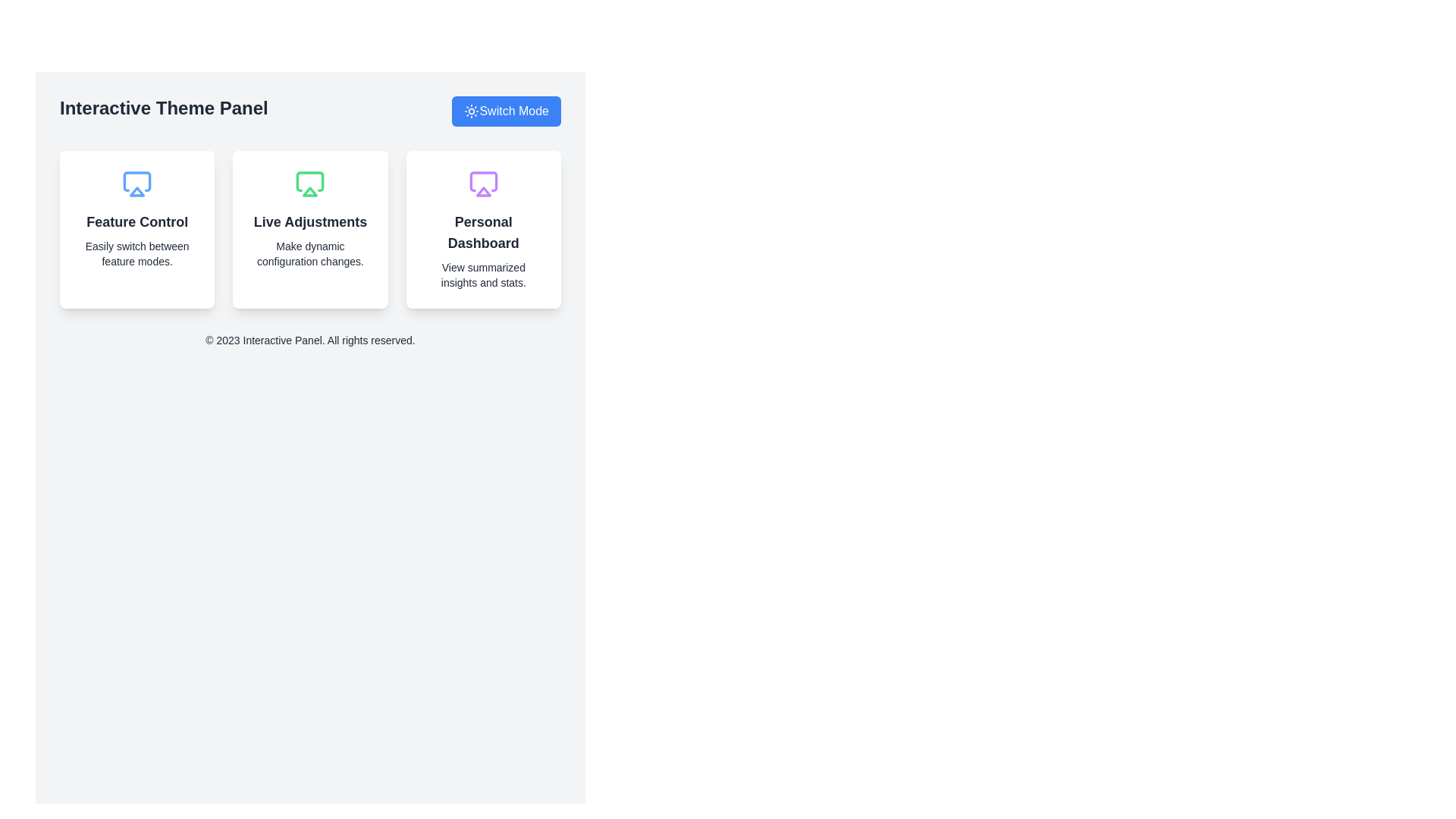 This screenshot has height=819, width=1456. What do you see at coordinates (482, 184) in the screenshot?
I see `the 'Personal Dashboard' icon located at the top center of the 'Personal Dashboard' card, which is visually represented among similar icons for adjacent features` at bounding box center [482, 184].